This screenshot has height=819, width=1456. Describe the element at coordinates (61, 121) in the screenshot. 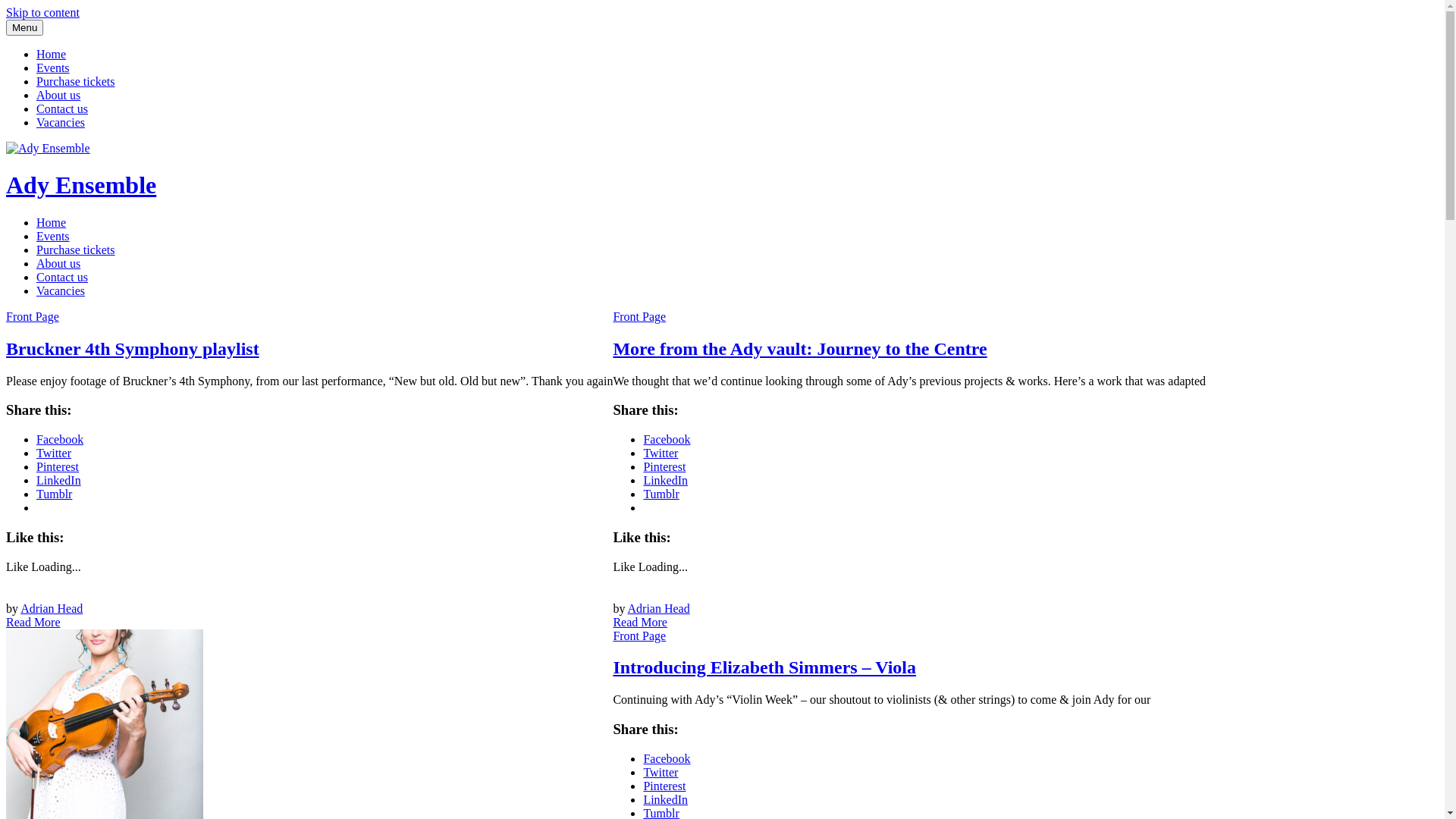

I see `'Vacancies'` at that location.